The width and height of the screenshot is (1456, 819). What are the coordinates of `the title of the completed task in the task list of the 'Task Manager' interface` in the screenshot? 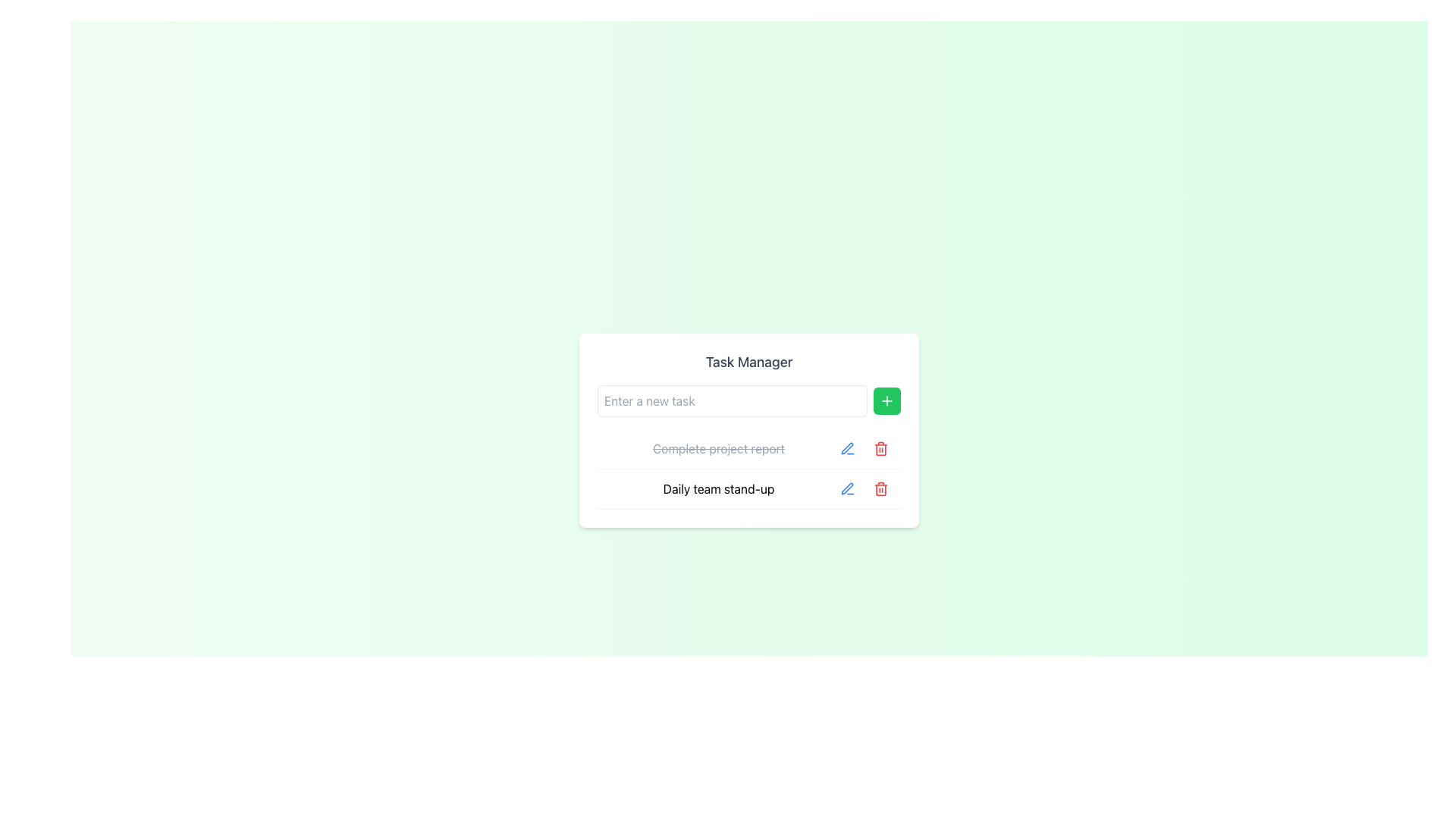 It's located at (718, 447).